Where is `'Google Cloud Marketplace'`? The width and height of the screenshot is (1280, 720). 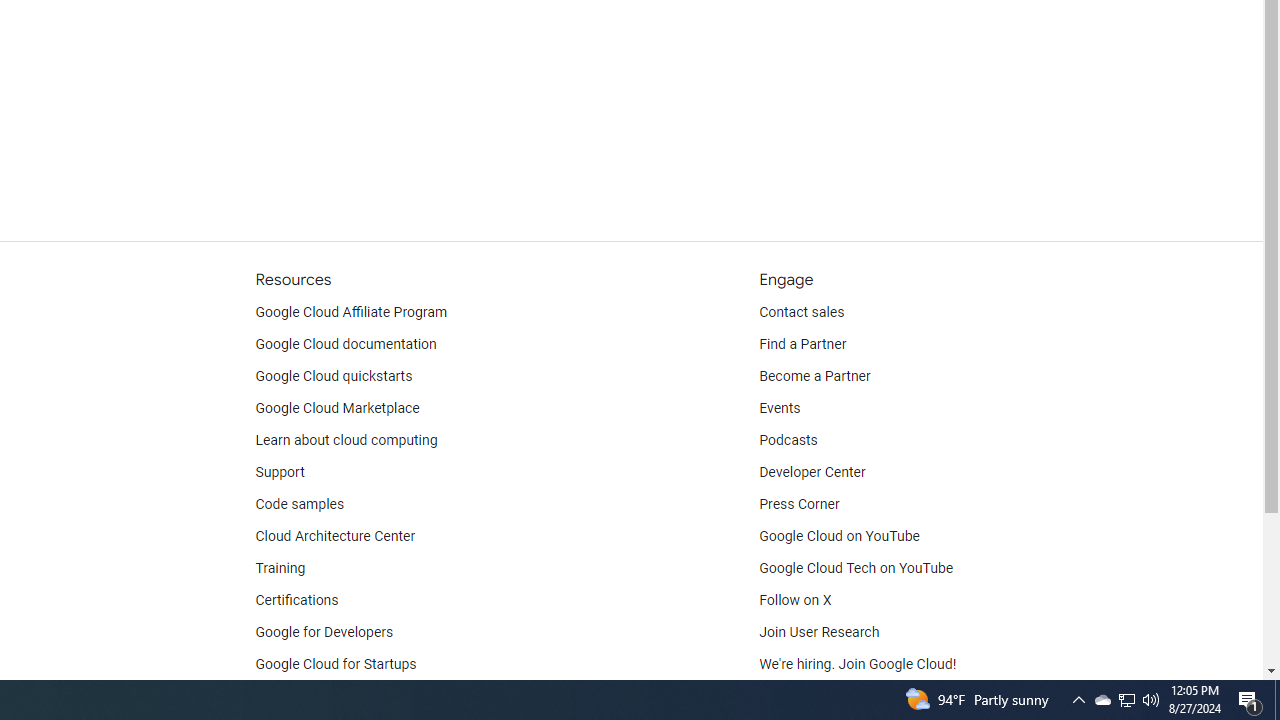 'Google Cloud Marketplace' is located at coordinates (337, 407).